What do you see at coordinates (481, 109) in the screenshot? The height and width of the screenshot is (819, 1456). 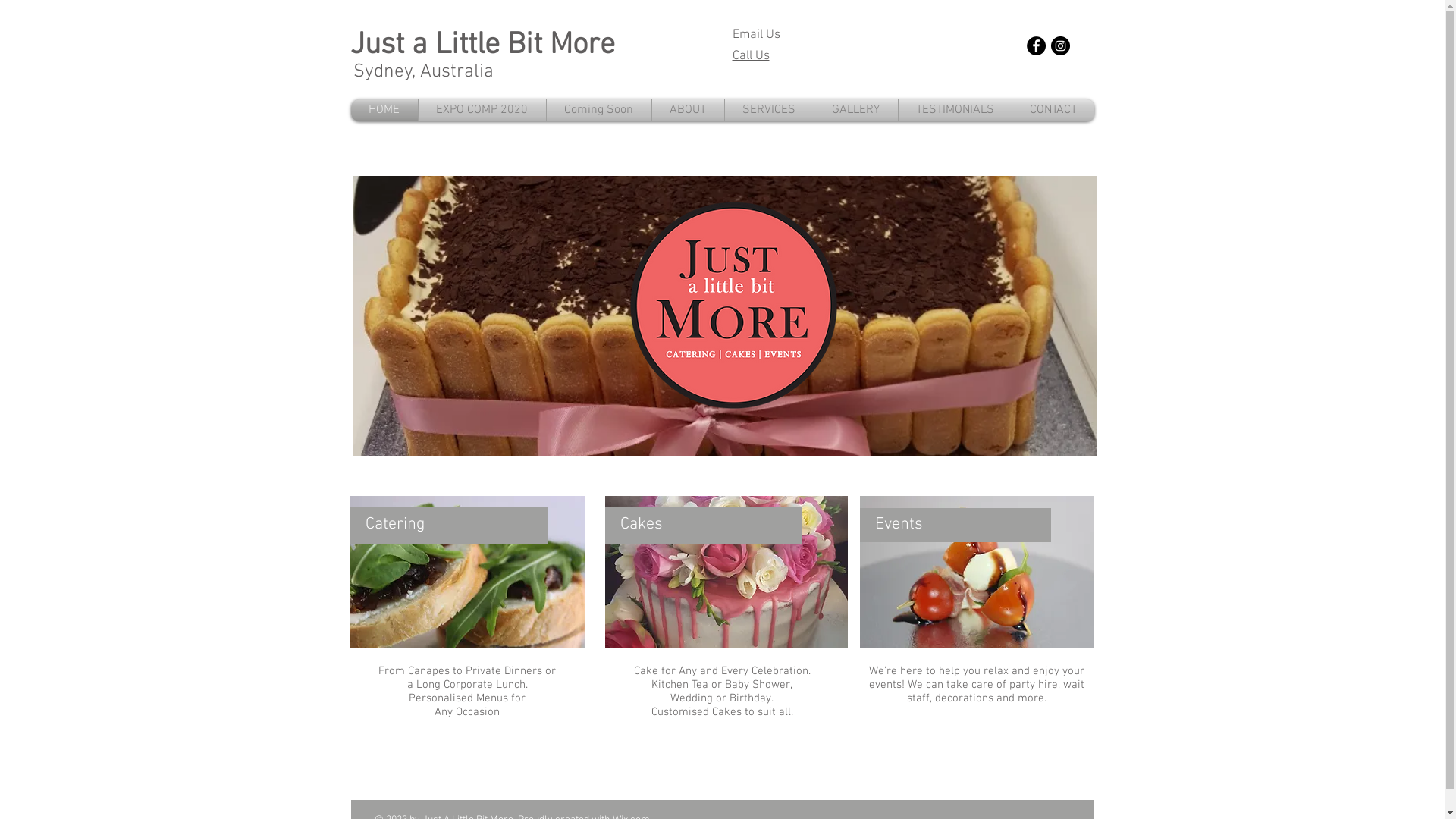 I see `'EXPO COMP 2020'` at bounding box center [481, 109].